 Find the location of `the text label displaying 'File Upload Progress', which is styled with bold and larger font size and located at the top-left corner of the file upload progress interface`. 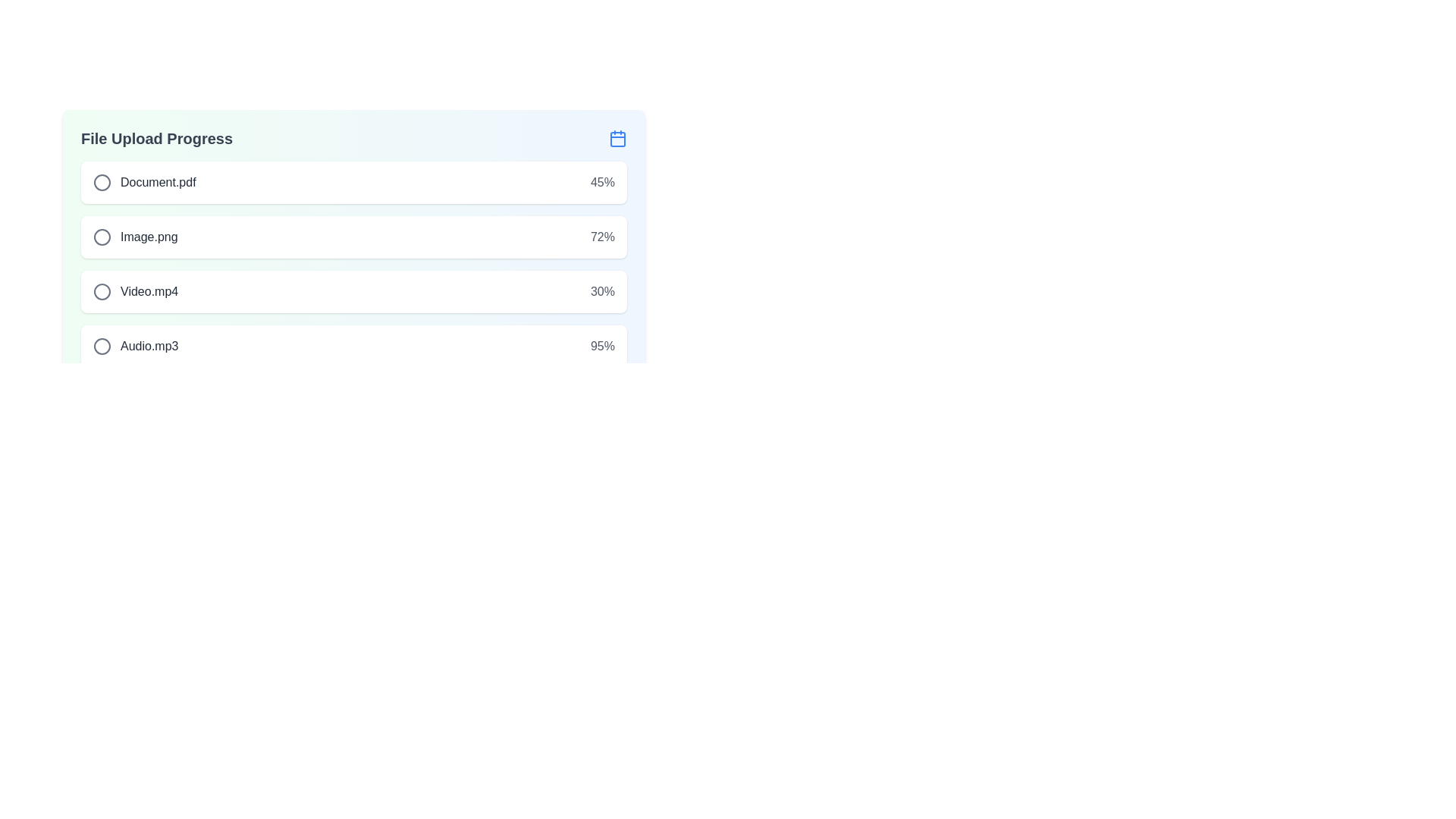

the text label displaying 'File Upload Progress', which is styled with bold and larger font size and located at the top-left corner of the file upload progress interface is located at coordinates (156, 138).